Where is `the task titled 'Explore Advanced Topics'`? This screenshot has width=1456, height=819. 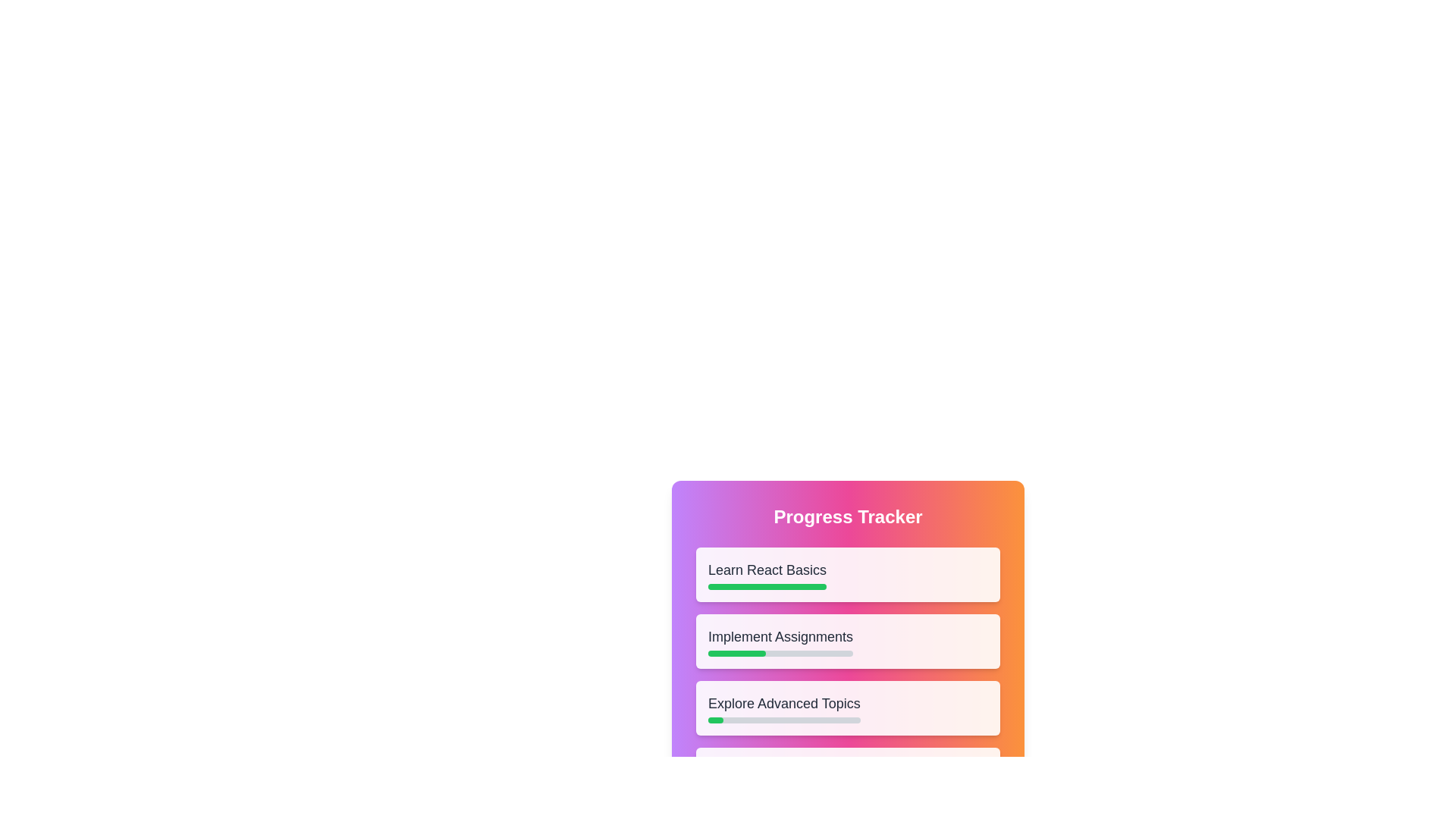 the task titled 'Explore Advanced Topics' is located at coordinates (783, 708).